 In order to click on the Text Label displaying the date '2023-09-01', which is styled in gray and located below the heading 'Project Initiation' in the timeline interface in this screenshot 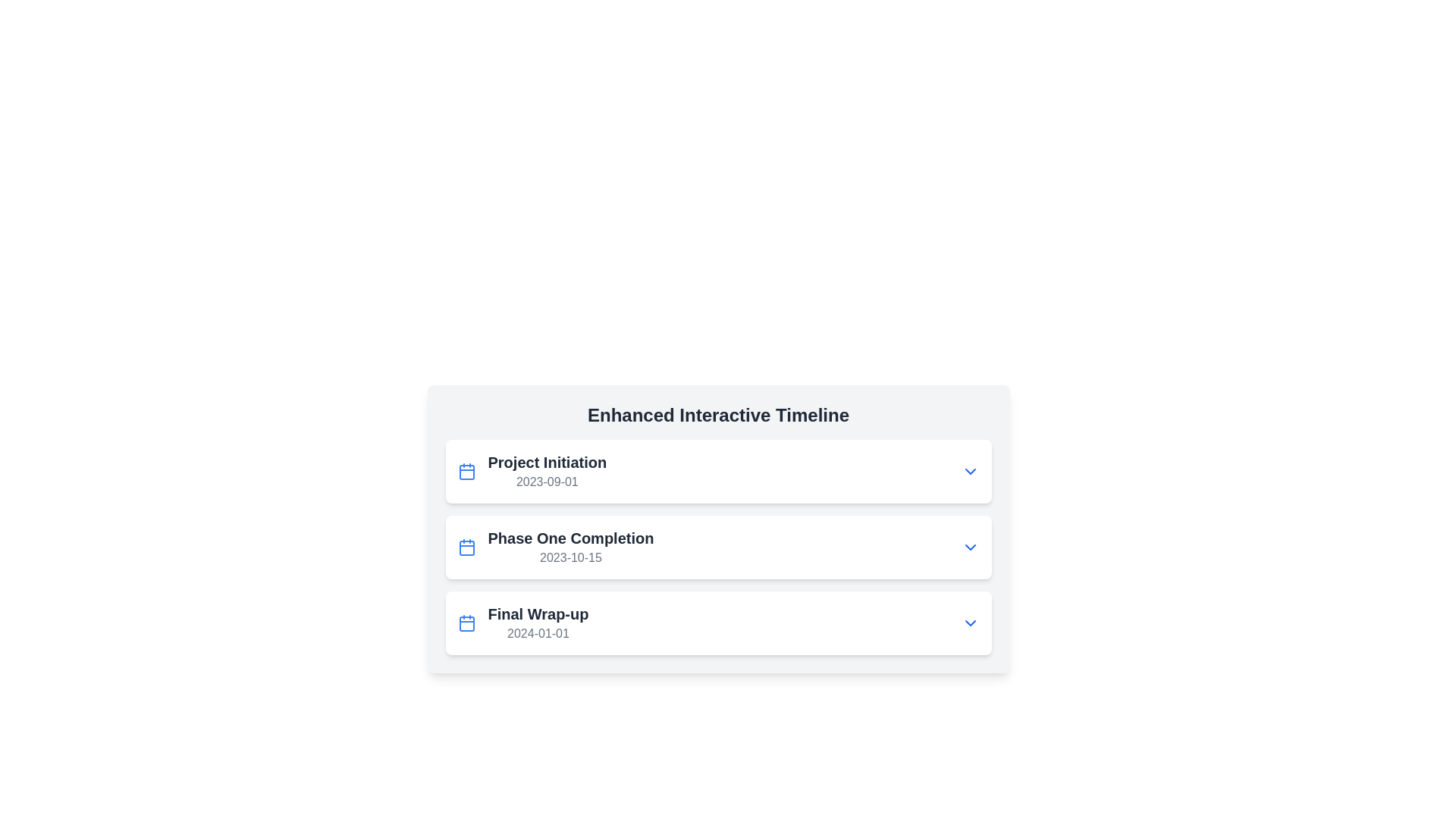, I will do `click(546, 482)`.